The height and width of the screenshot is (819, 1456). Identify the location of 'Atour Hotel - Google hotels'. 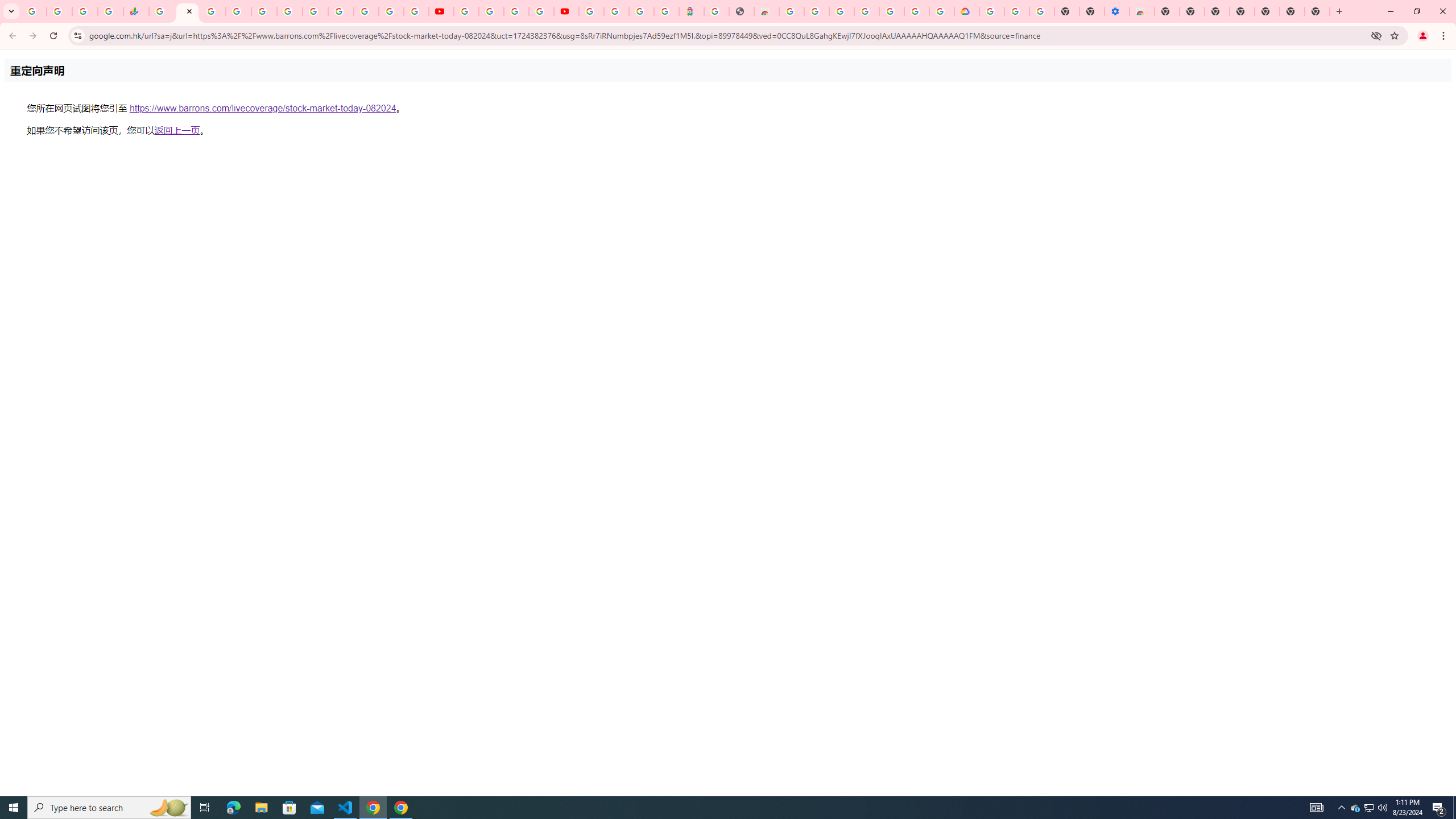
(691, 11).